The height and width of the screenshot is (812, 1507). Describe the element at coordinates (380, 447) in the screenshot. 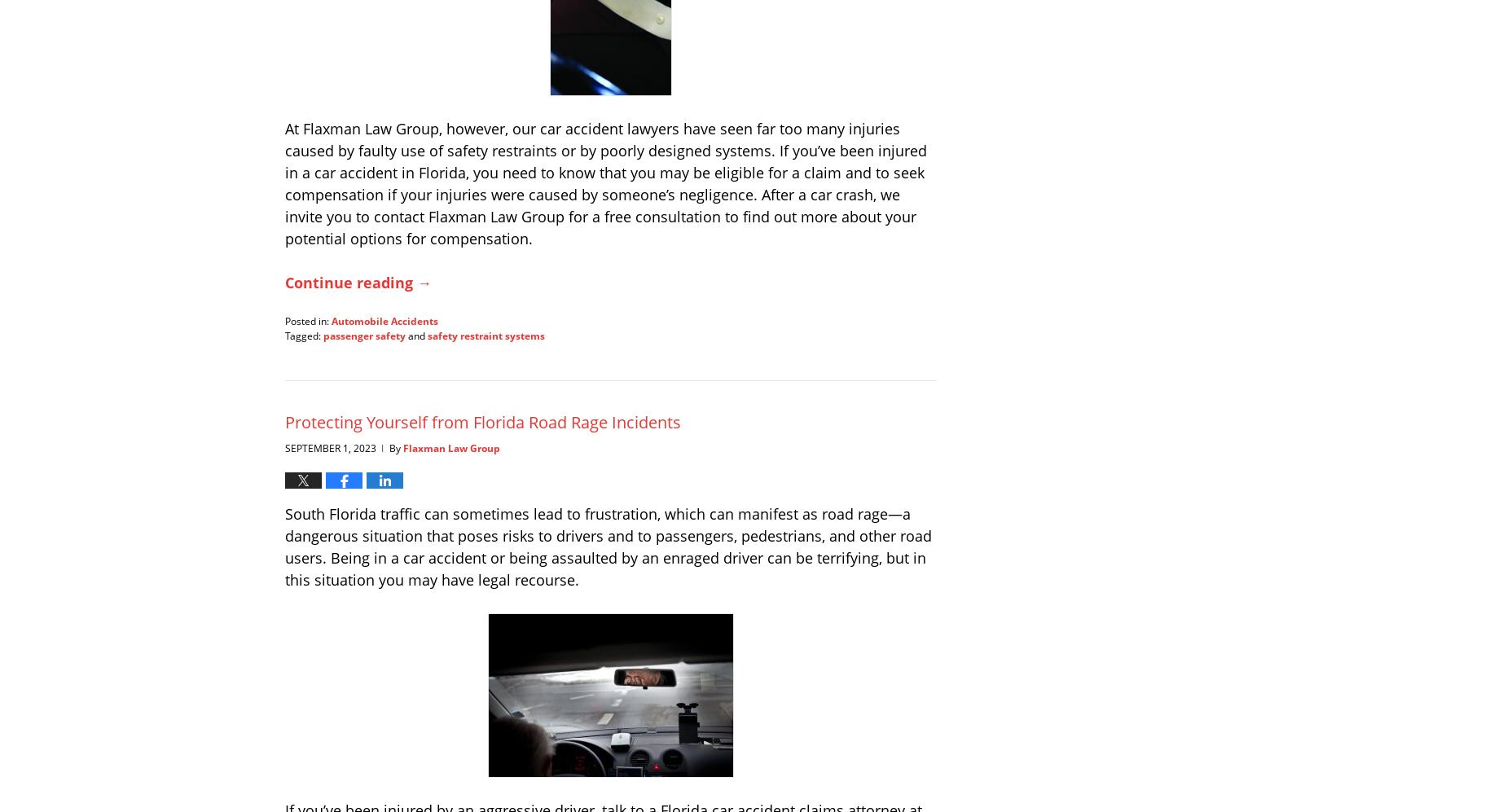

I see `'|'` at that location.